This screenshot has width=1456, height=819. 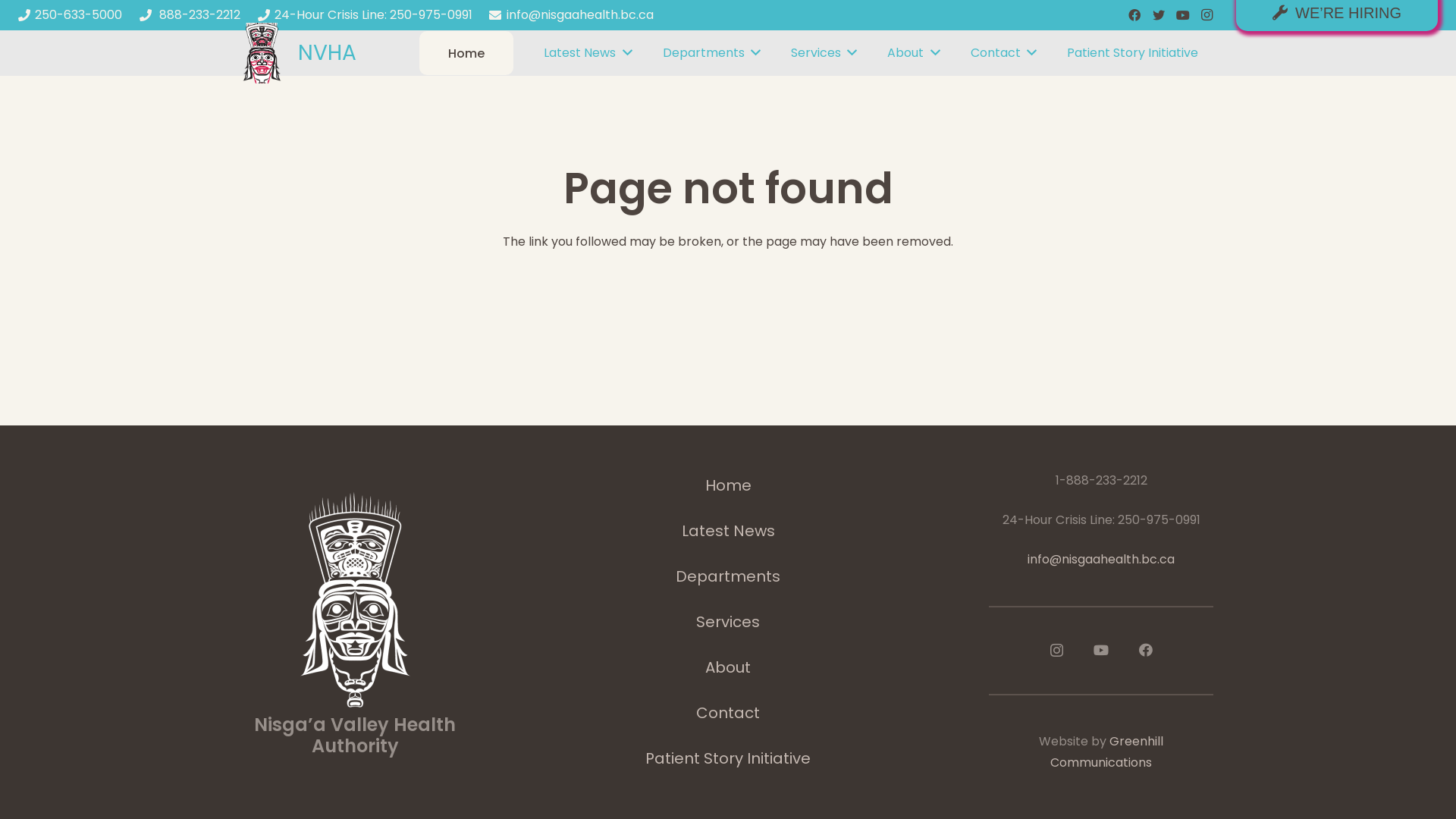 I want to click on 'YouTube', so click(x=1101, y=648).